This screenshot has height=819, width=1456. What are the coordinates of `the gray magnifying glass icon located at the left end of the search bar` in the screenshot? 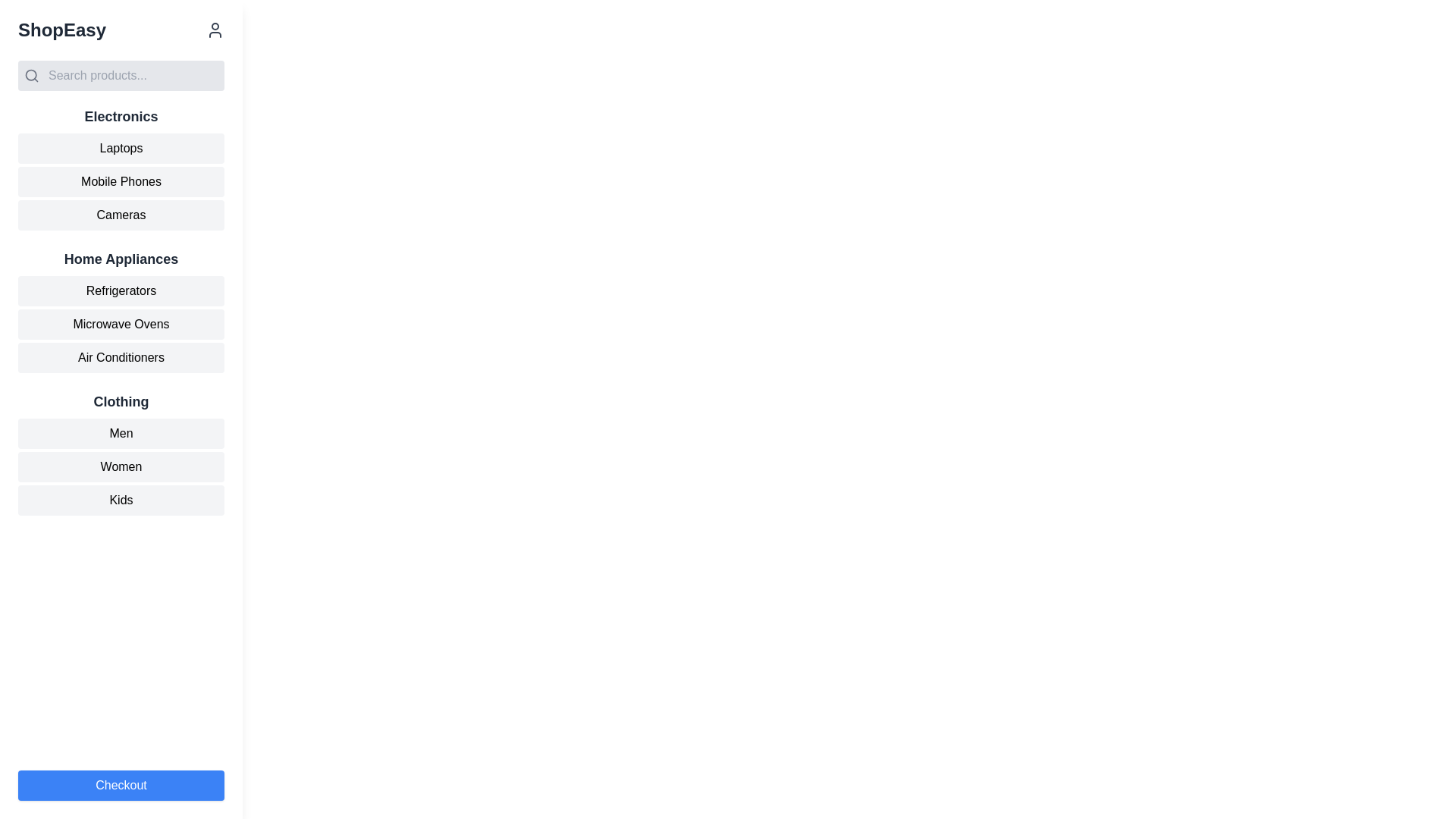 It's located at (32, 76).